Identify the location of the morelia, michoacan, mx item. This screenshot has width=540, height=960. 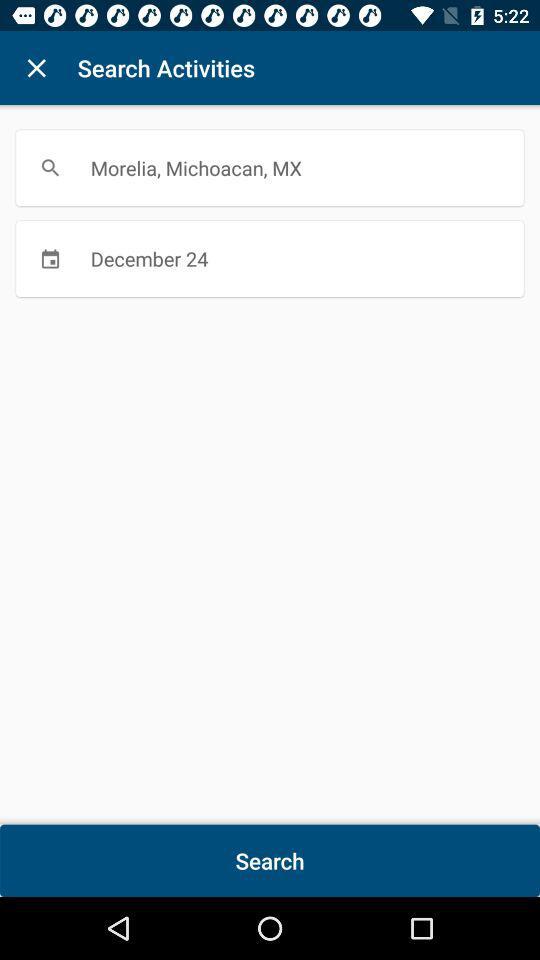
(270, 167).